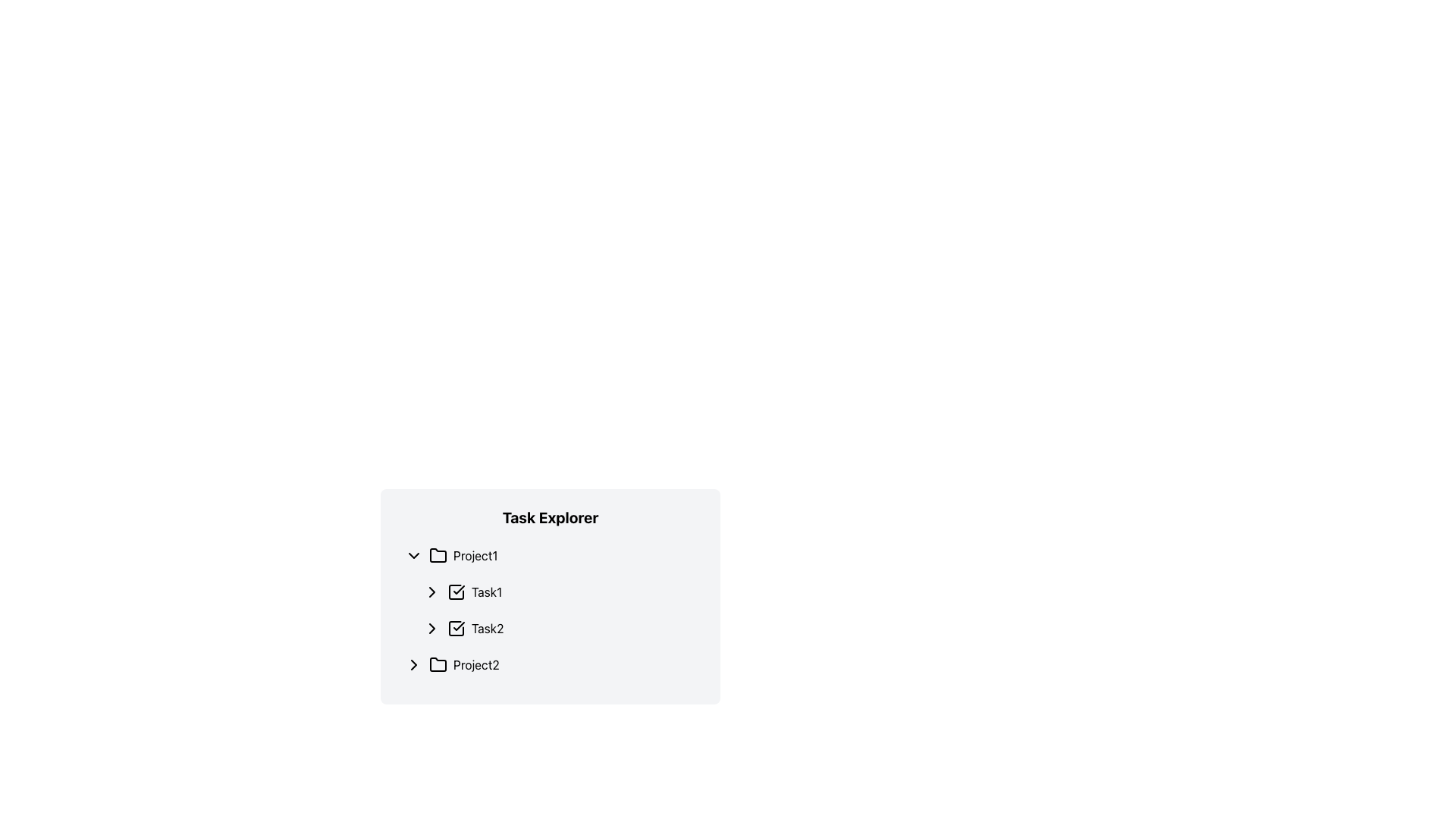 Image resolution: width=1456 pixels, height=819 pixels. I want to click on the Chevron expand/collapse icon, so click(414, 664).